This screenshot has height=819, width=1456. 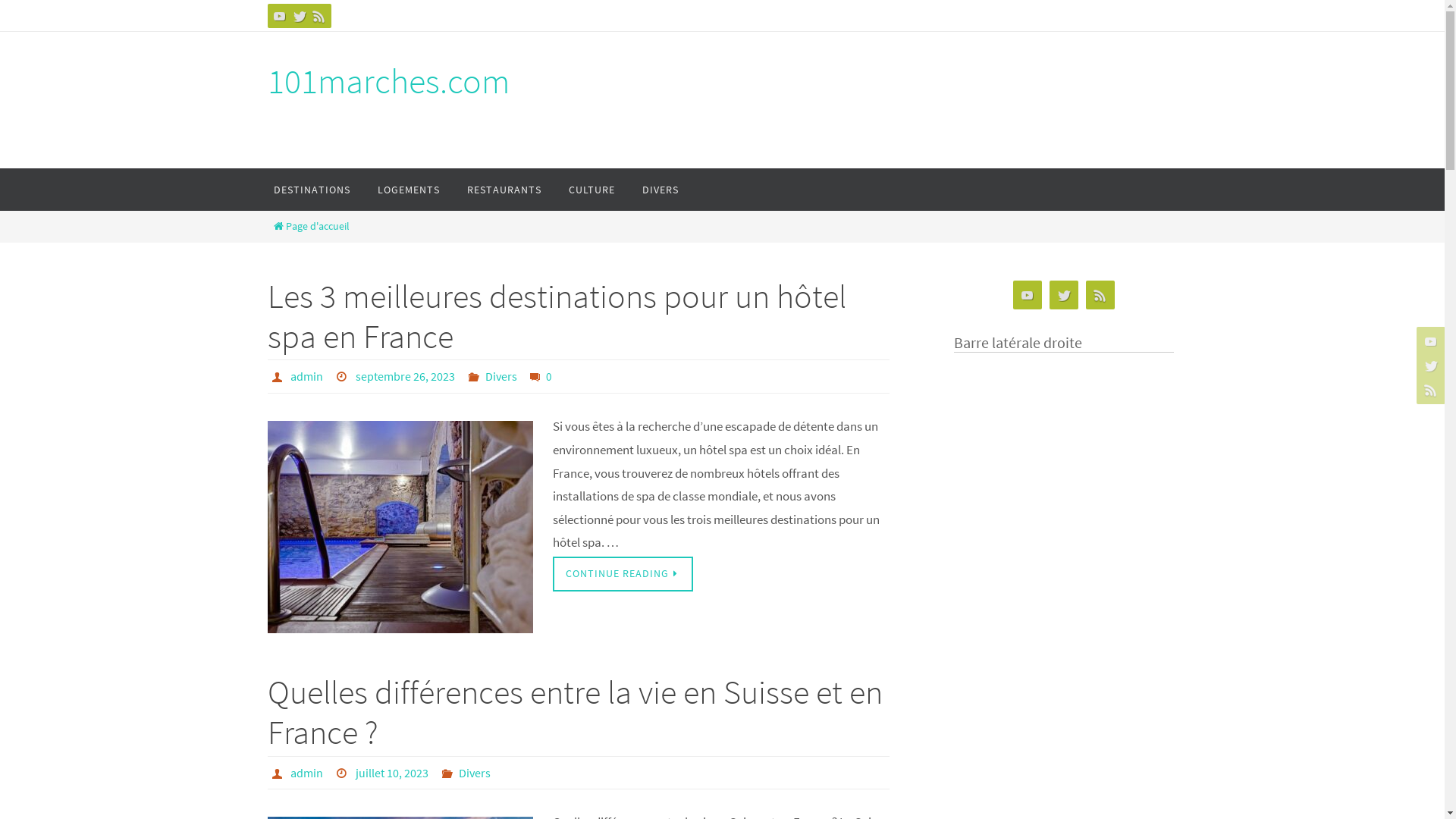 What do you see at coordinates (540, 375) in the screenshot?
I see `'0'` at bounding box center [540, 375].